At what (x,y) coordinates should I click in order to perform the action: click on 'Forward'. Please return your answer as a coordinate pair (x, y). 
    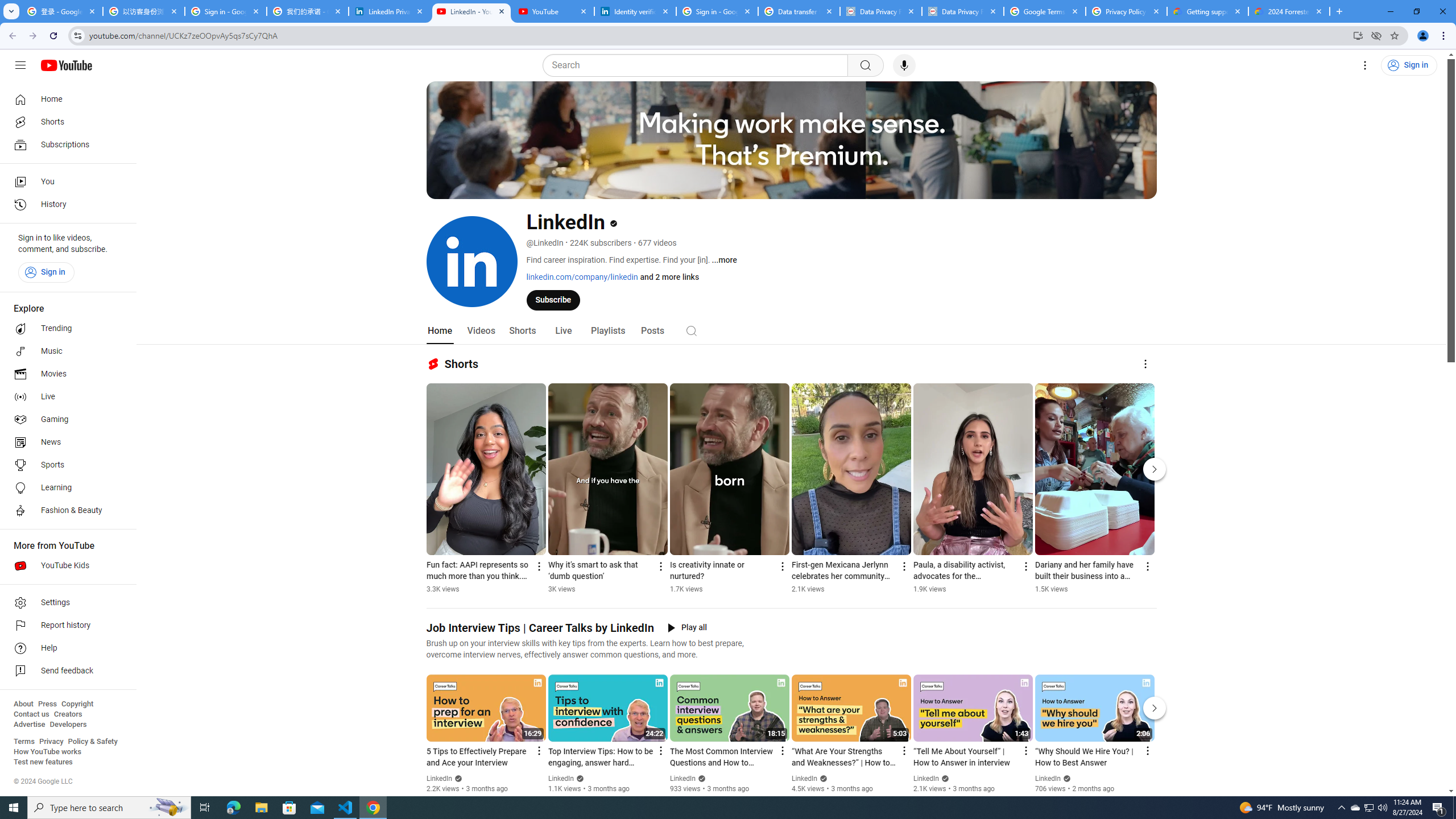
    Looking at the image, I should click on (32, 35).